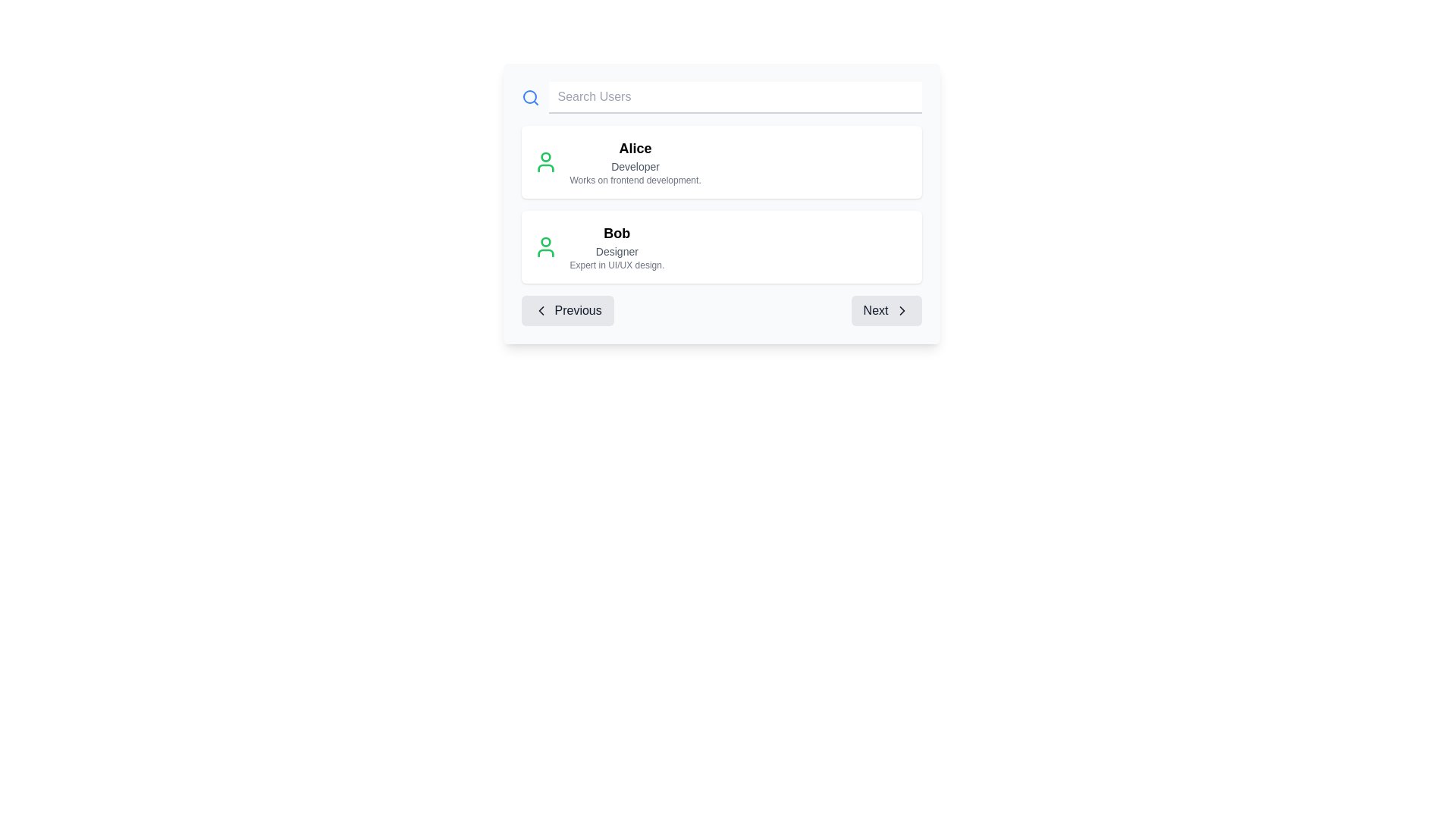 The height and width of the screenshot is (819, 1456). I want to click on the 'Developer' label, which is displayed in a small-sized, gray-colored font, located below the bold 'Alice' label in the user profile card layout, so click(635, 166).